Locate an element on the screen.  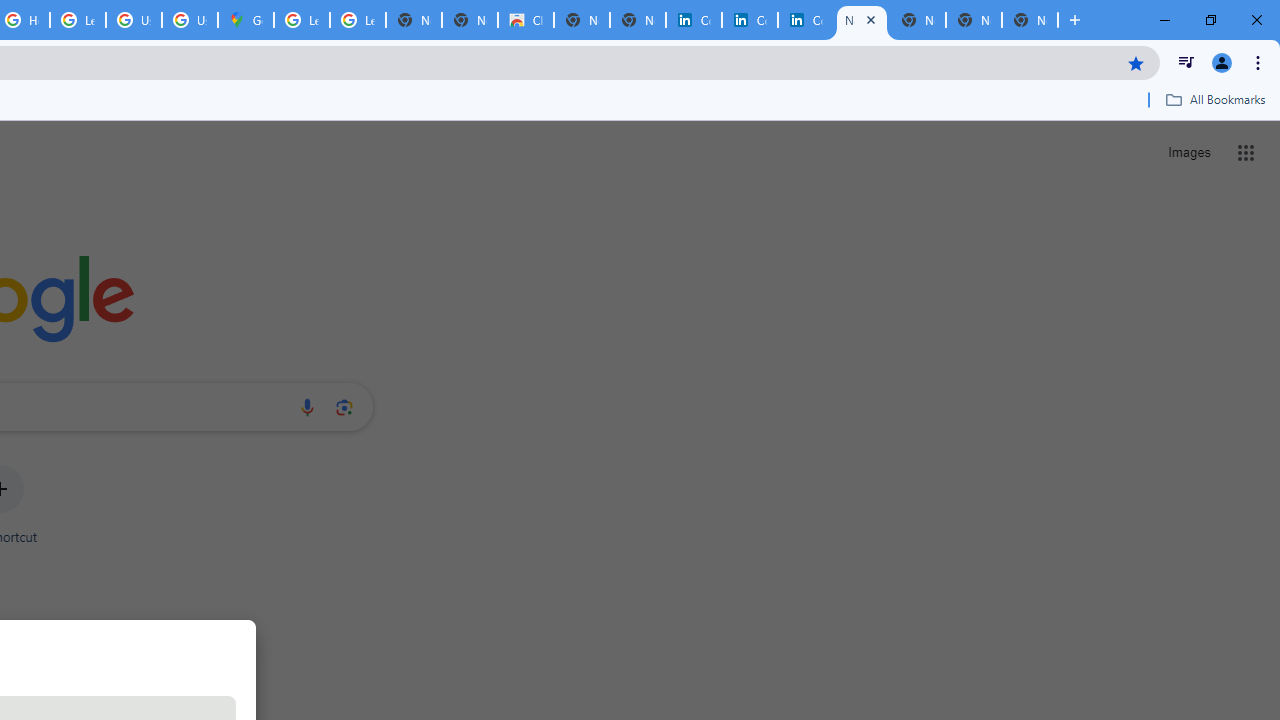
'Cookie Policy | LinkedIn' is located at coordinates (693, 20).